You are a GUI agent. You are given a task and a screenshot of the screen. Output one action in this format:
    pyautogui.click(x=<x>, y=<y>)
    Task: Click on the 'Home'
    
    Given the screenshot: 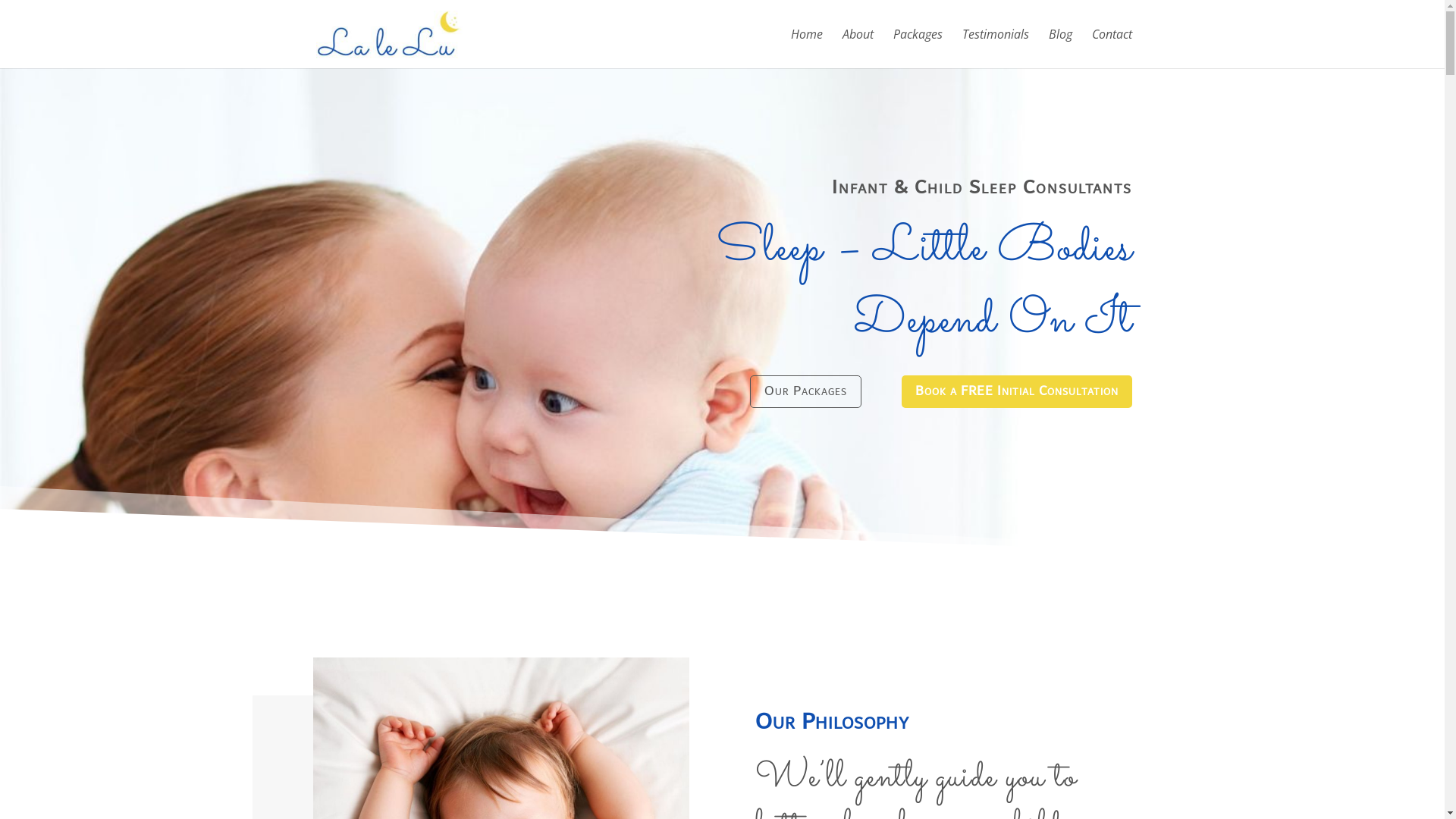 What is the action you would take?
    pyautogui.click(x=805, y=48)
    